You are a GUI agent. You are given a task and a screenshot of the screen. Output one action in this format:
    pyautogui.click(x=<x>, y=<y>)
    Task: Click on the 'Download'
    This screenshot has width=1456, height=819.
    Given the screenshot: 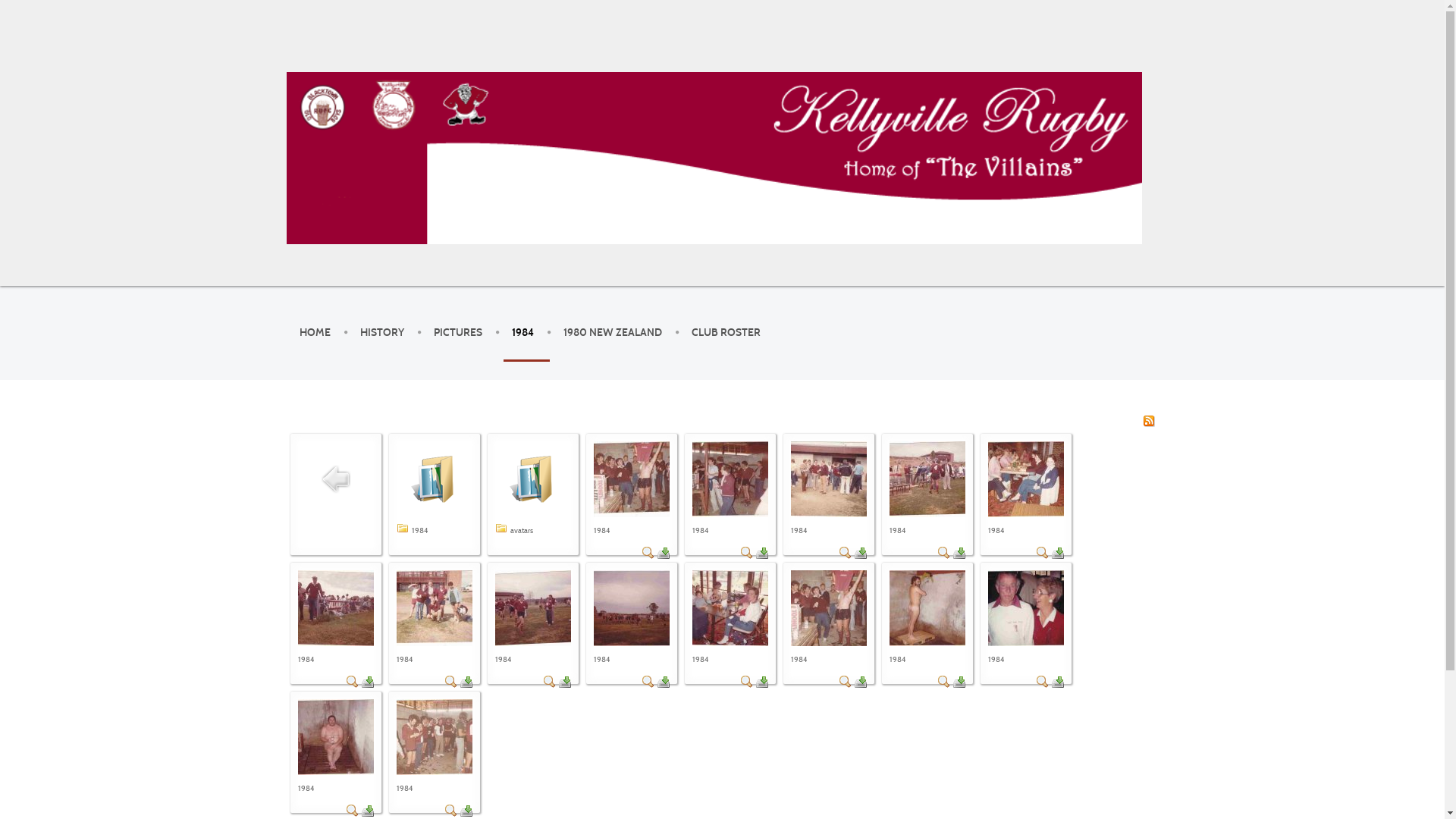 What is the action you would take?
    pyautogui.click(x=859, y=551)
    